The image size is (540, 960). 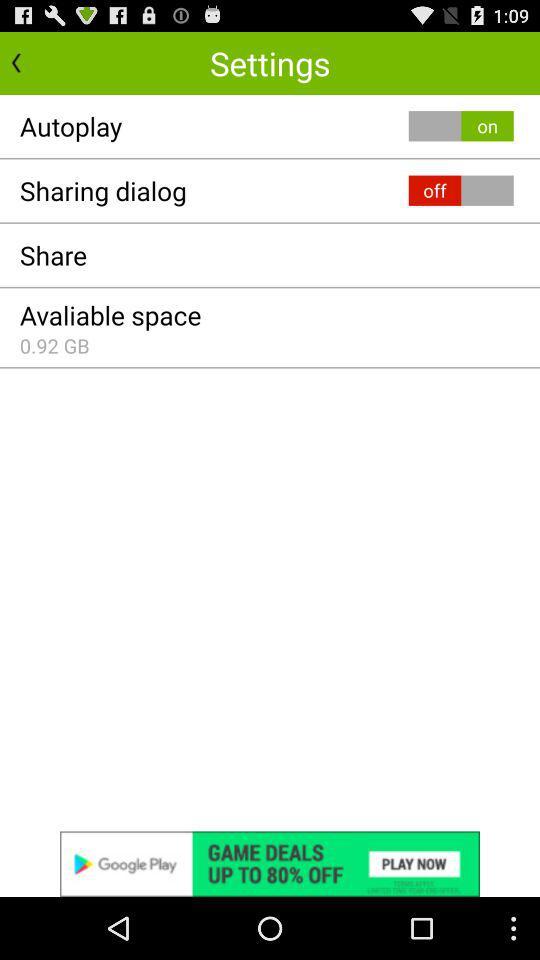 What do you see at coordinates (36, 62) in the screenshot?
I see `go back` at bounding box center [36, 62].